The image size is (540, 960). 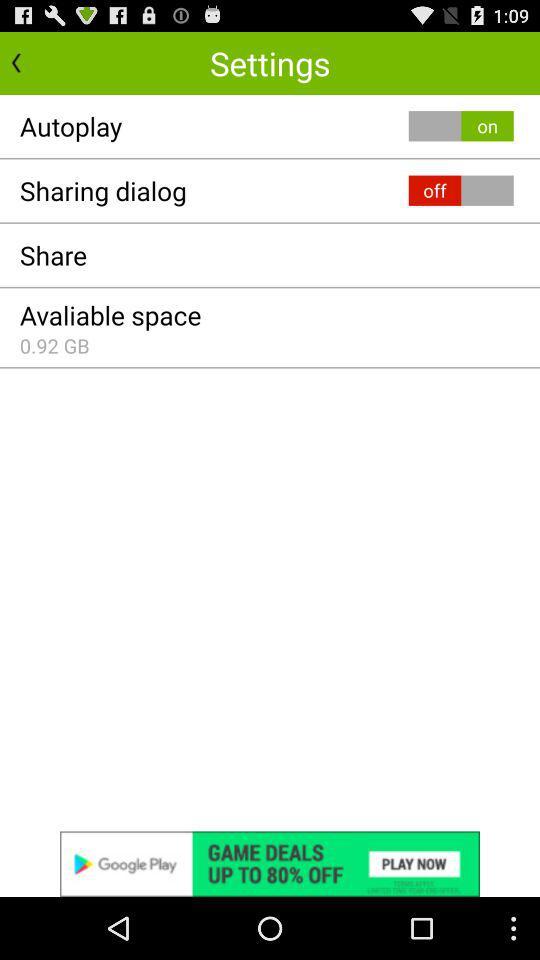 What do you see at coordinates (36, 62) in the screenshot?
I see `go back` at bounding box center [36, 62].